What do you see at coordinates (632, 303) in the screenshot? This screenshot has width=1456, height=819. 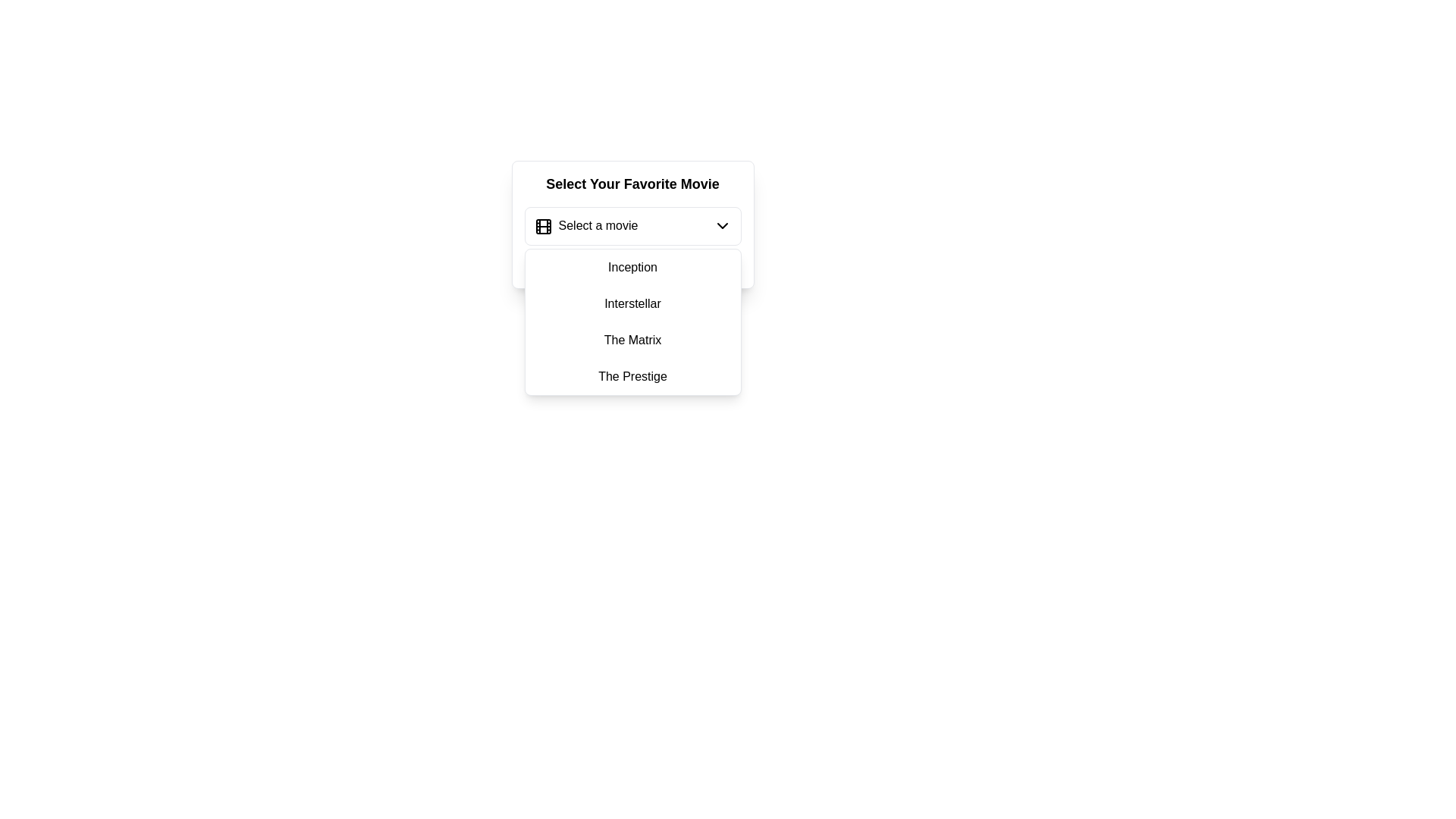 I see `the second item in the dropdown menu` at bounding box center [632, 303].